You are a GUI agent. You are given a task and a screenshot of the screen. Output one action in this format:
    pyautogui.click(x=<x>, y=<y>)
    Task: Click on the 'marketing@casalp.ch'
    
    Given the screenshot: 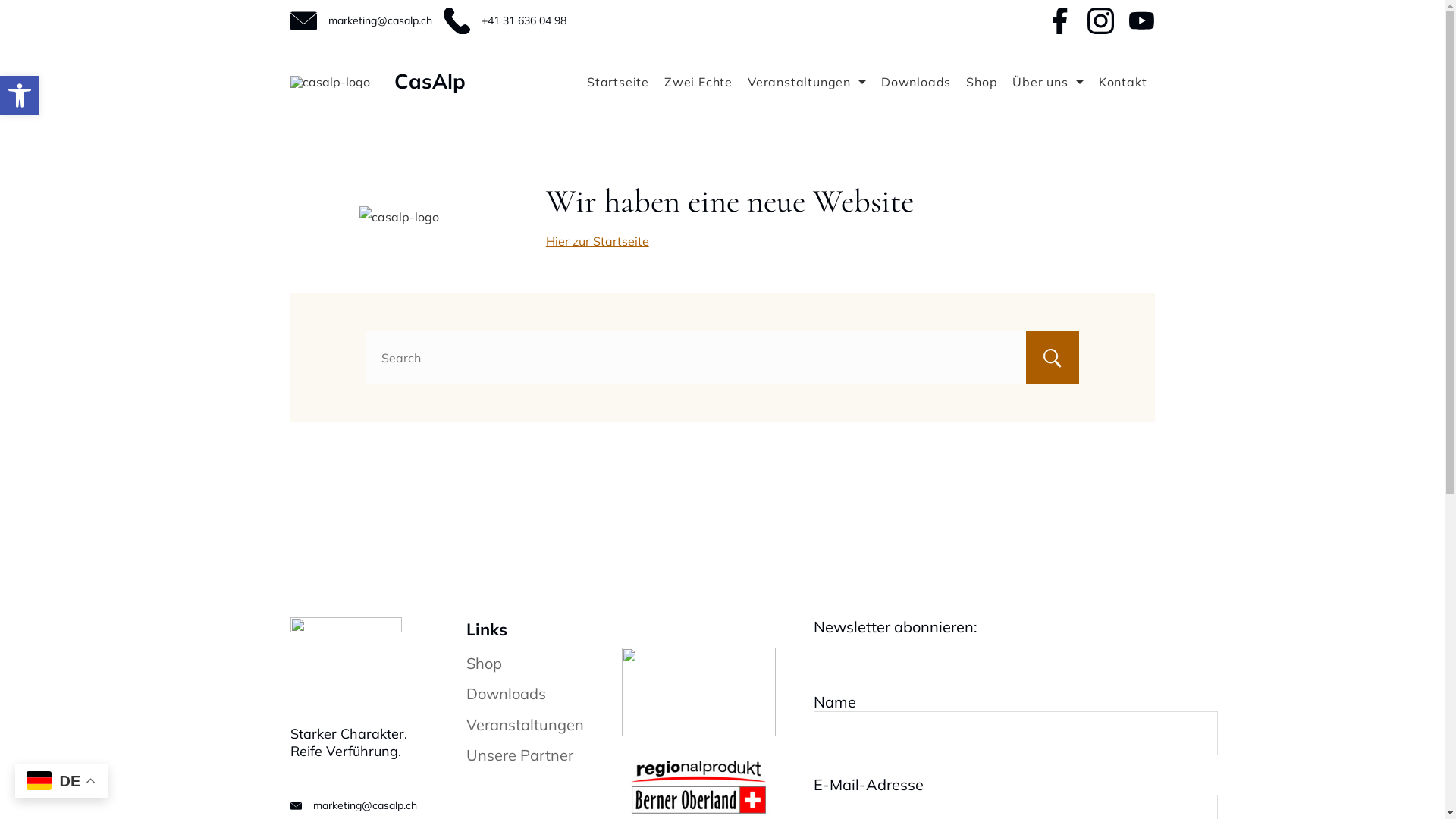 What is the action you would take?
    pyautogui.click(x=364, y=804)
    